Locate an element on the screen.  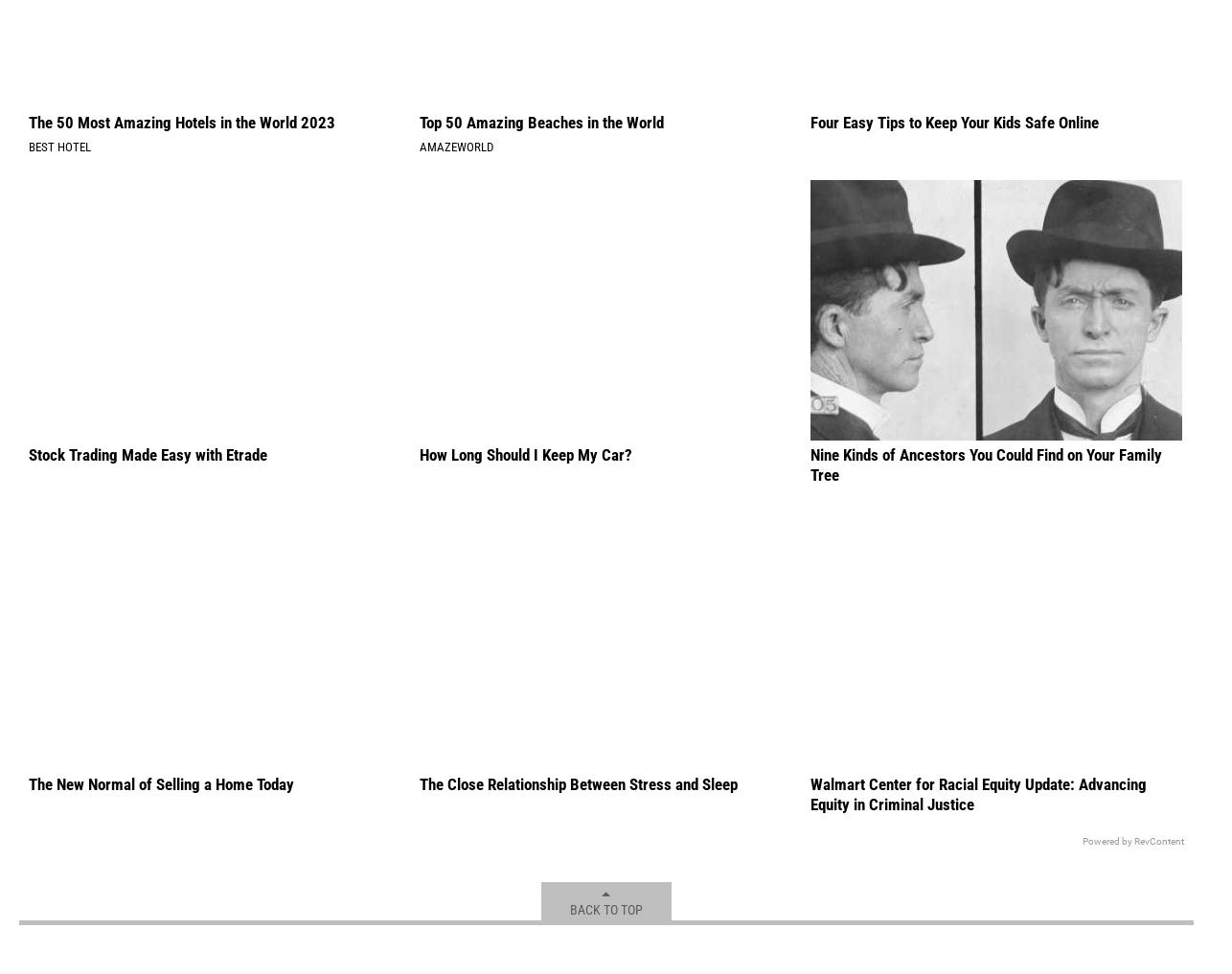
'AmazeWorld' is located at coordinates (455, 429).